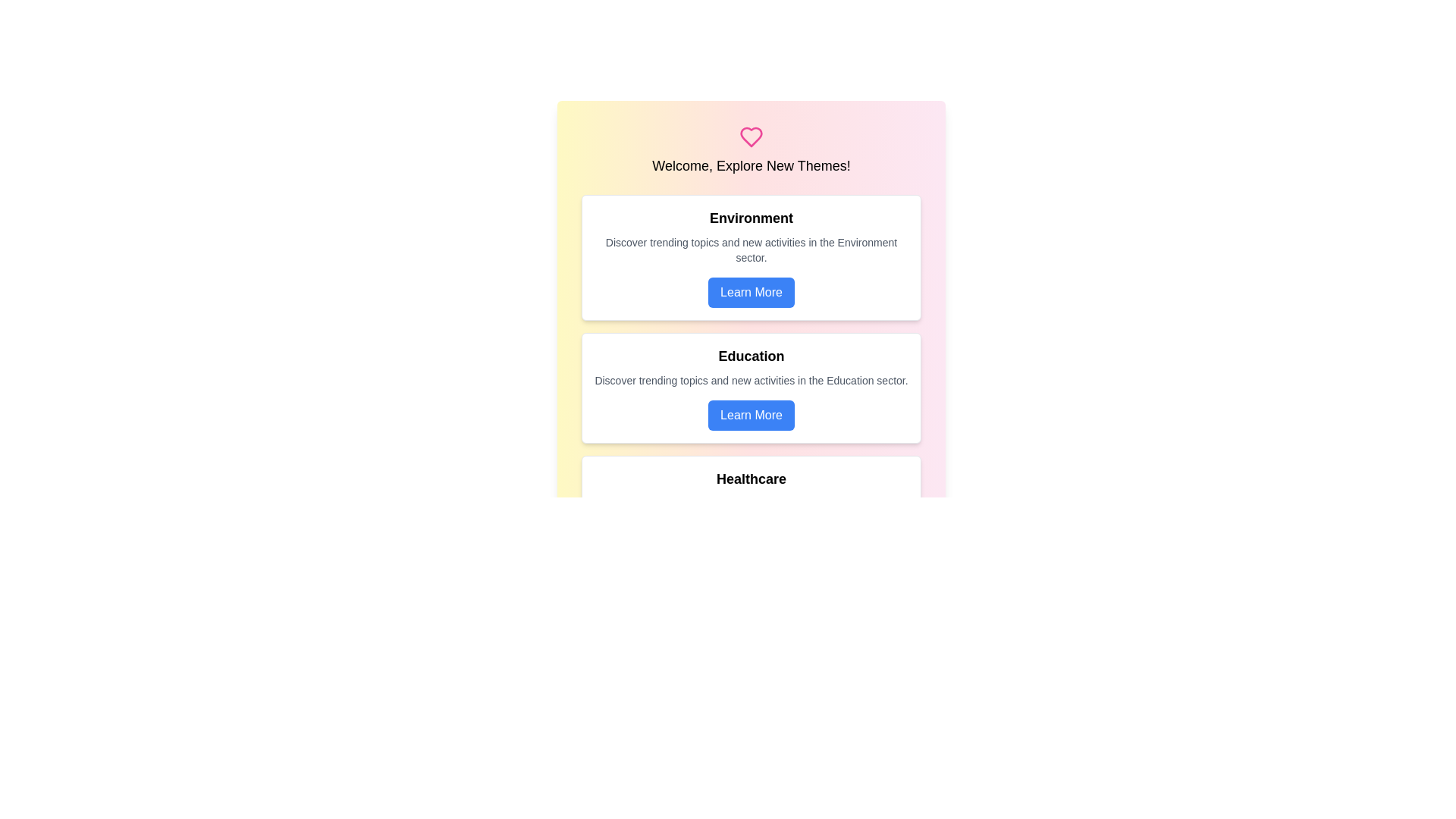 This screenshot has width=1456, height=819. Describe the element at coordinates (751, 356) in the screenshot. I see `the text label displaying 'Education' which is bold and larger in font, positioned near the top of a card widget, visually separating it from other elements` at that location.